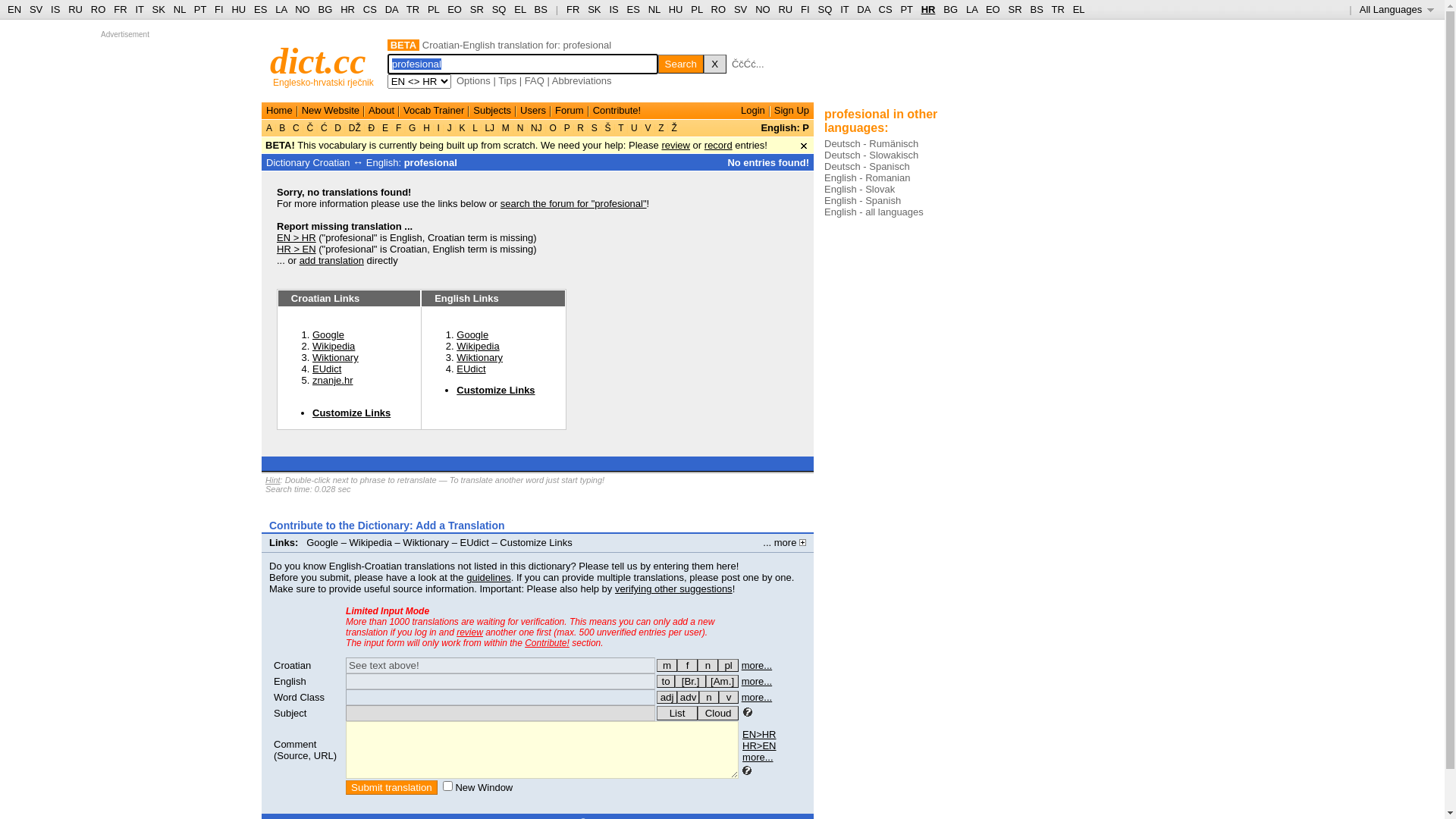 This screenshot has height=819, width=1456. Describe the element at coordinates (273, 680) in the screenshot. I see `'English'` at that location.